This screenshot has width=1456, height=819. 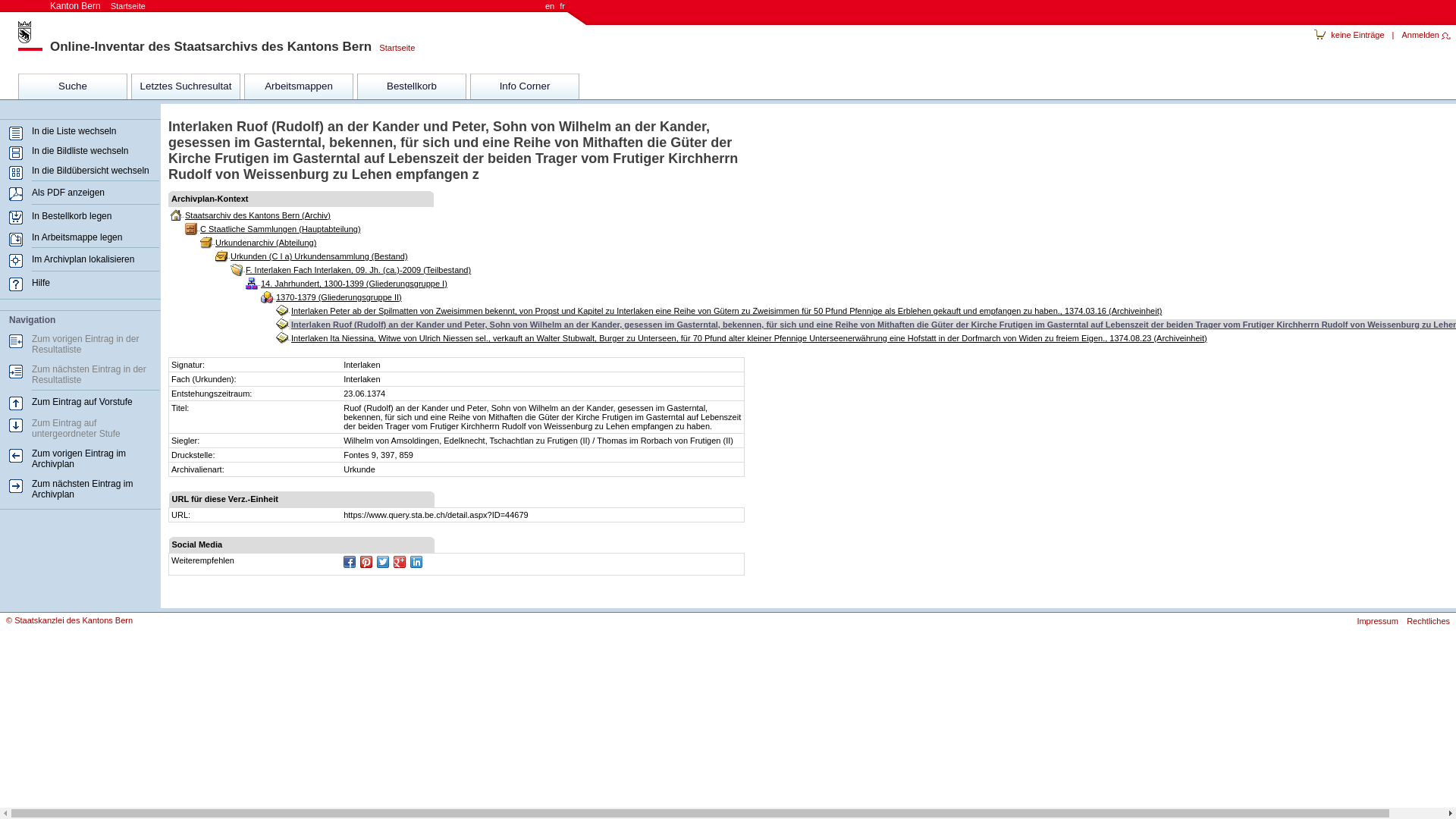 What do you see at coordinates (557, 5) in the screenshot?
I see `'fr'` at bounding box center [557, 5].